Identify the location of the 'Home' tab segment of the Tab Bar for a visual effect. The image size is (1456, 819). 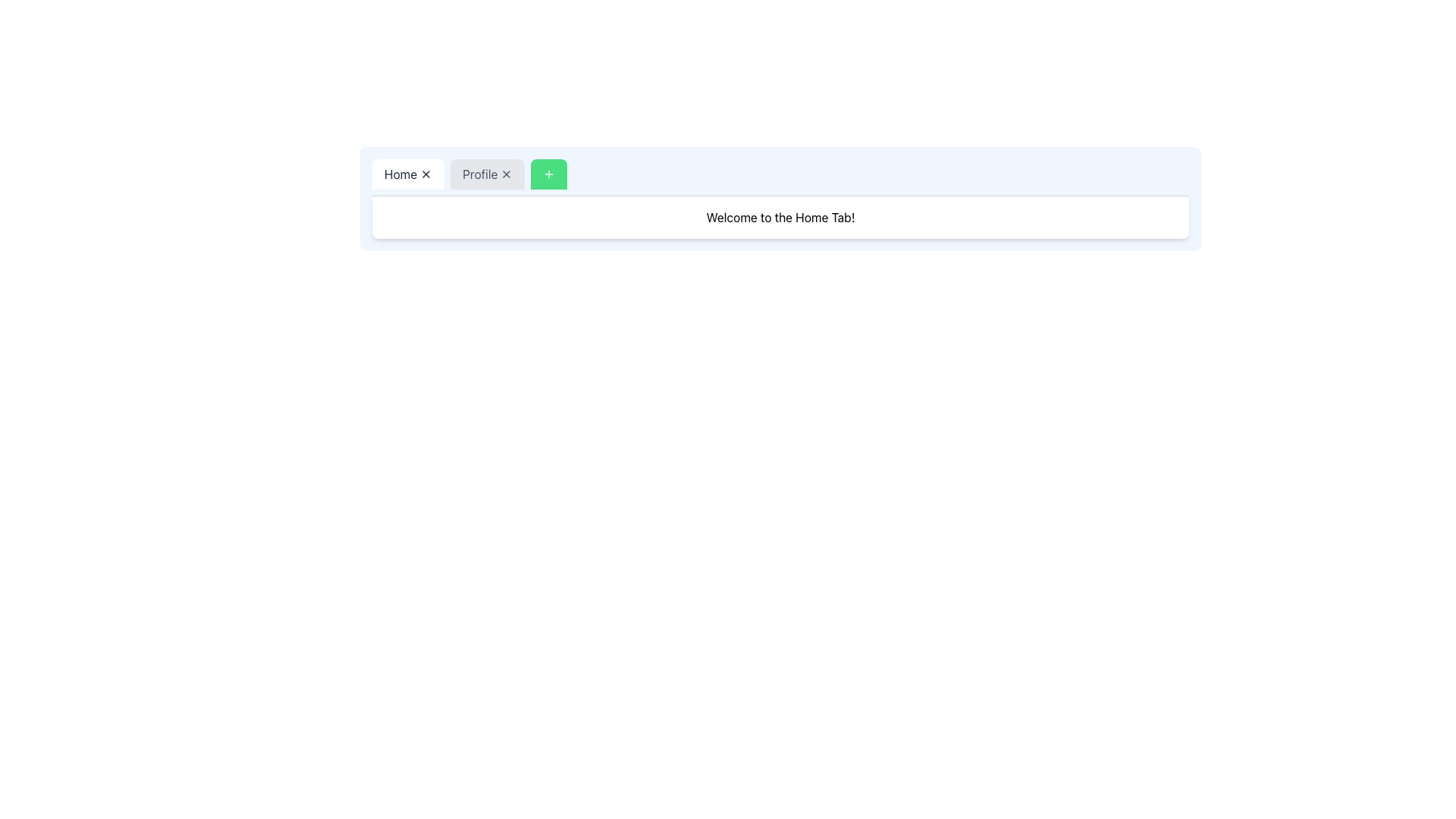
(780, 177).